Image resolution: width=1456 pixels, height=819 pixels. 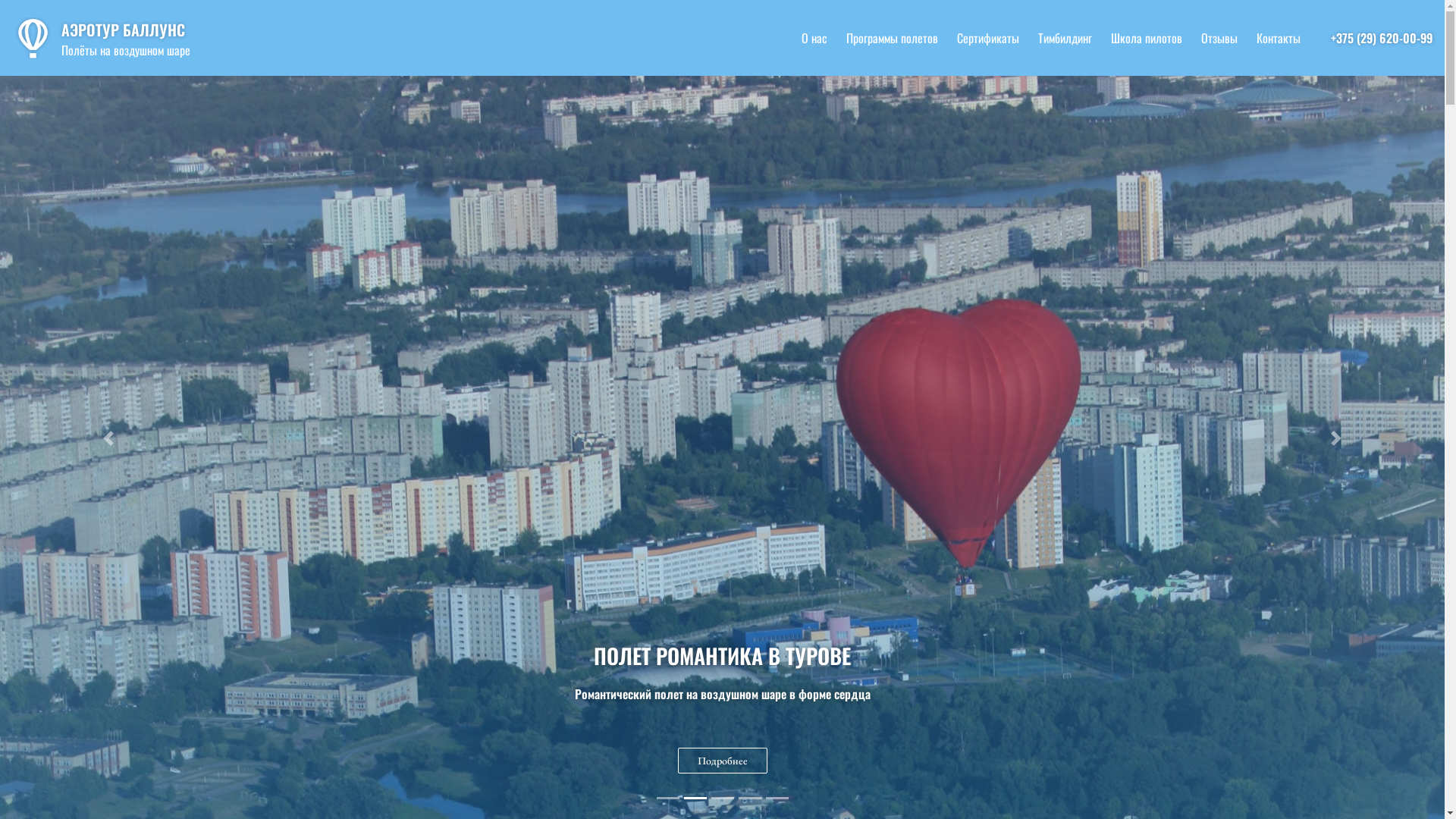 What do you see at coordinates (1382, 37) in the screenshot?
I see `'+375 (29) 620-00-99'` at bounding box center [1382, 37].